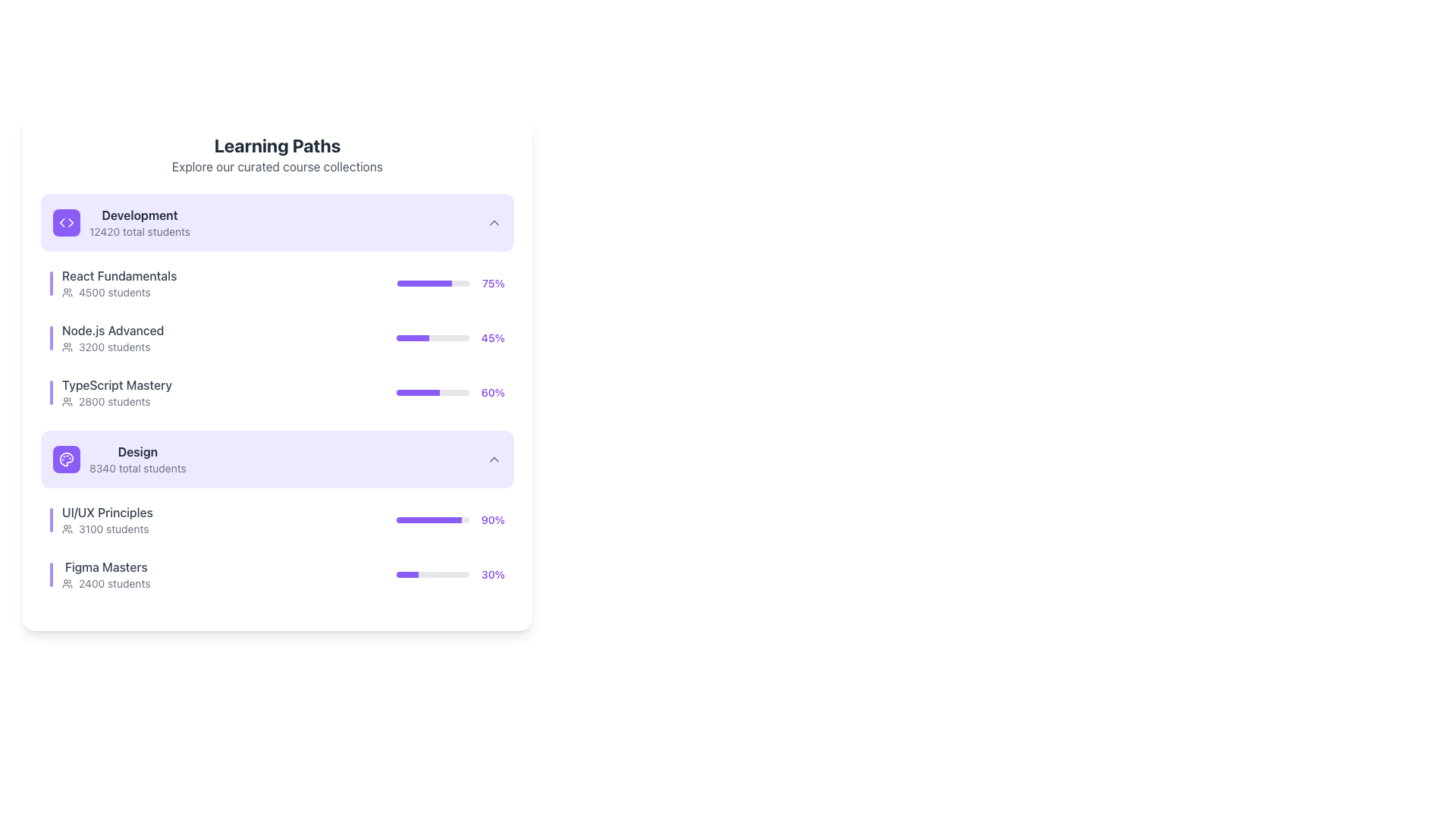 The height and width of the screenshot is (819, 1456). Describe the element at coordinates (105, 575) in the screenshot. I see `the prominent 'Figma Masters' text within the 'Design' section of the 'Learning Paths' interface` at that location.